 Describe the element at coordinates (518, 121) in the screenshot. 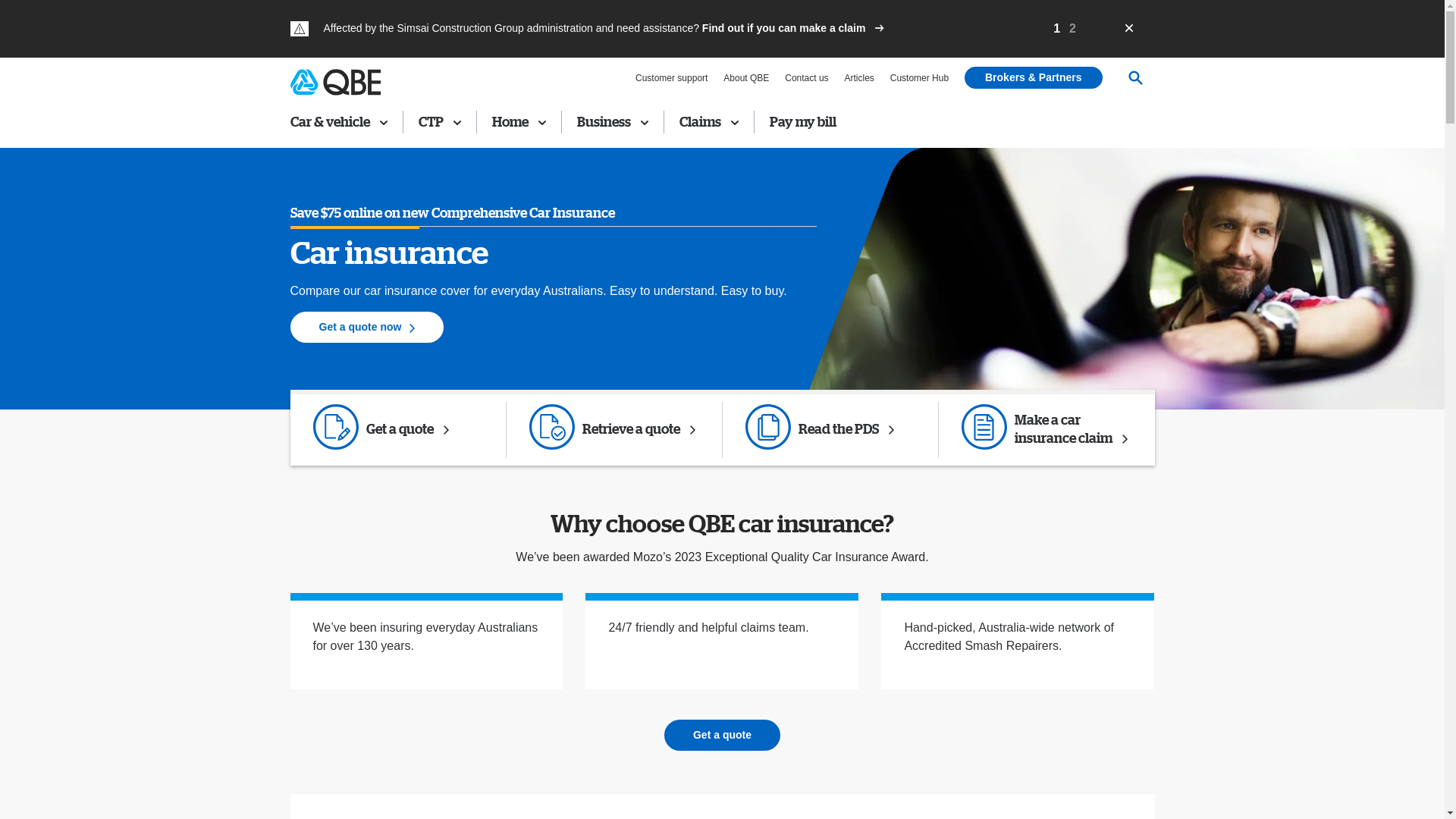

I see `'Home'` at that location.